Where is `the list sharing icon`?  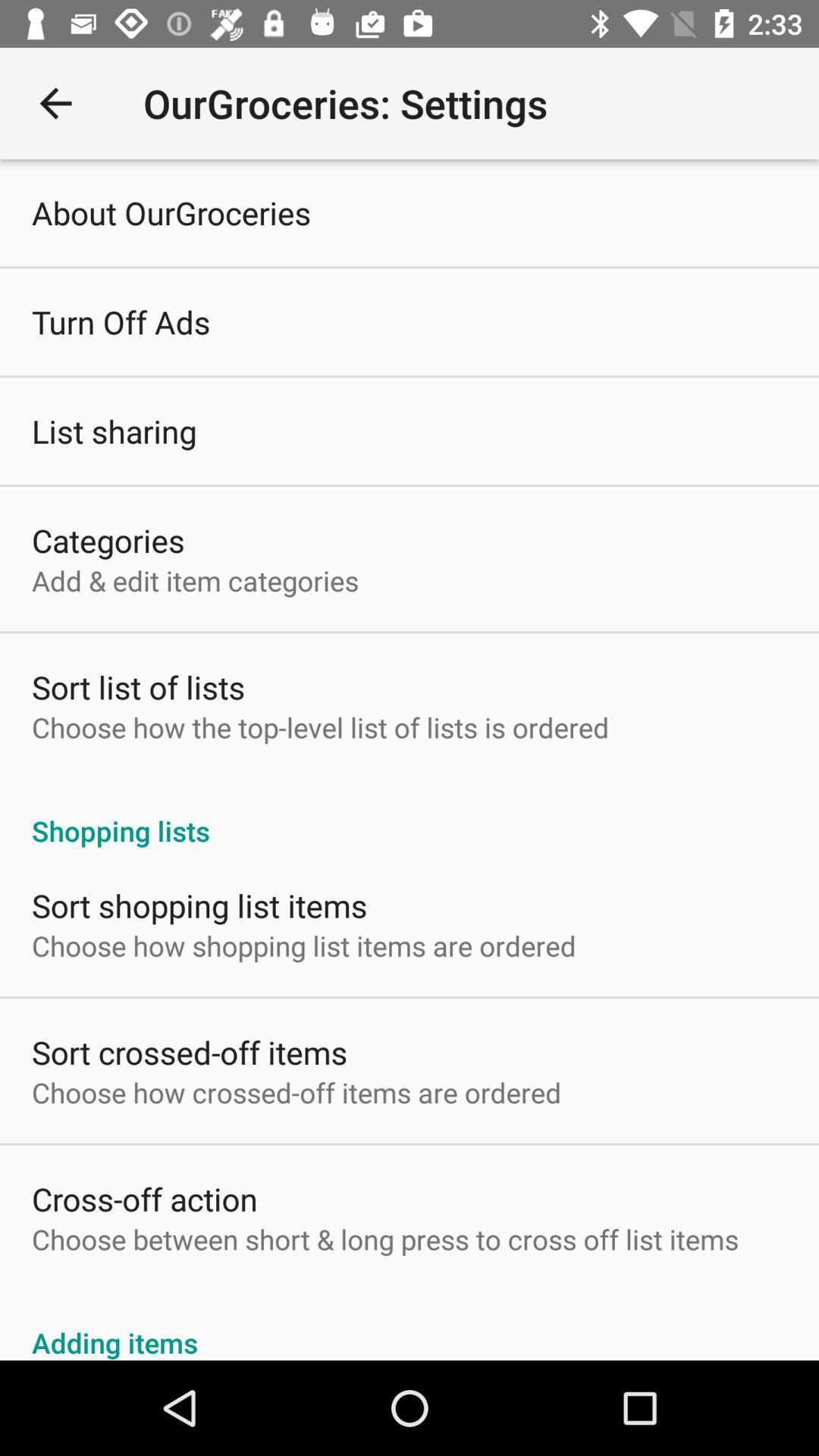
the list sharing icon is located at coordinates (113, 430).